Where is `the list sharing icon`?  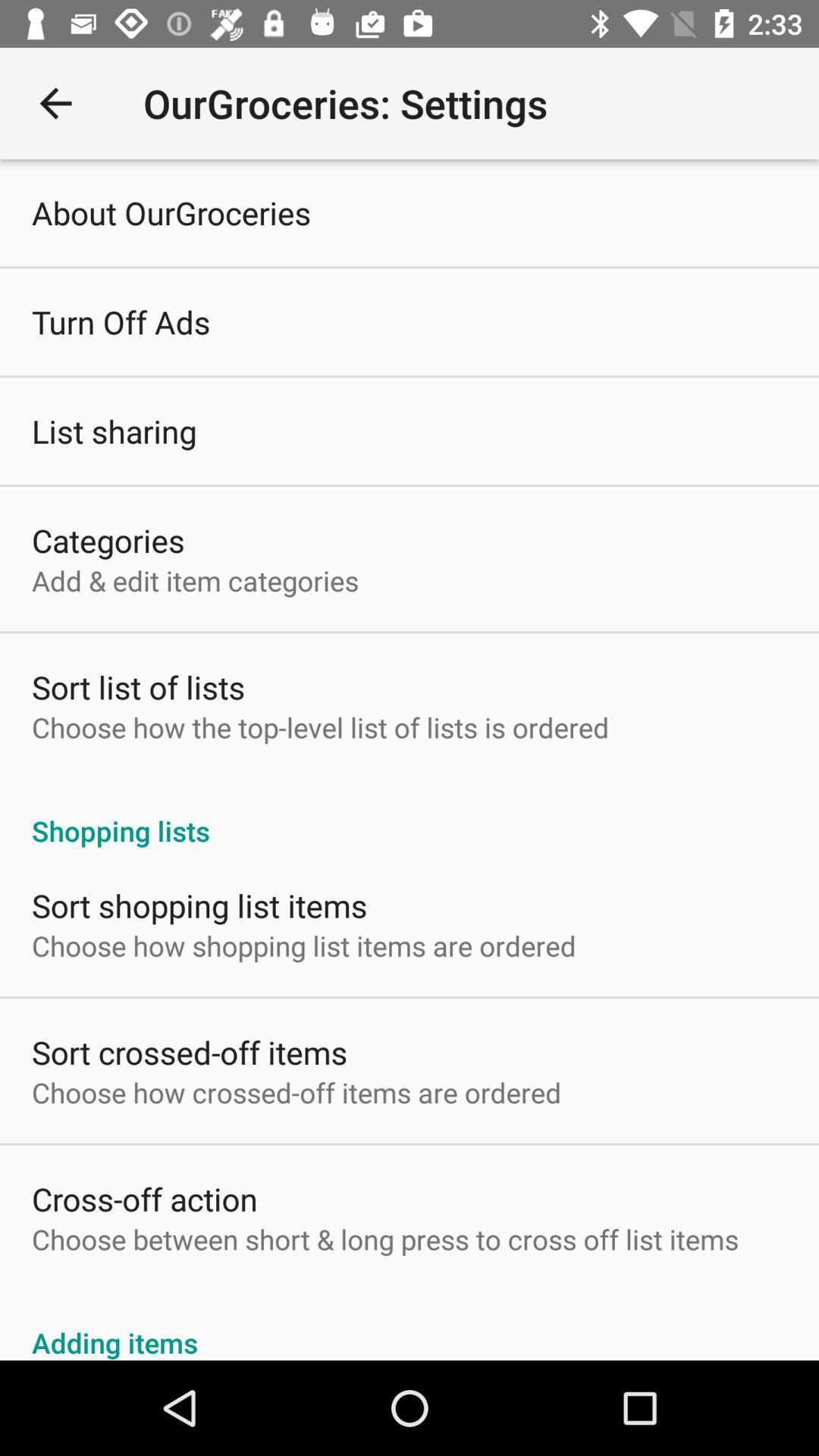
the list sharing icon is located at coordinates (113, 430).